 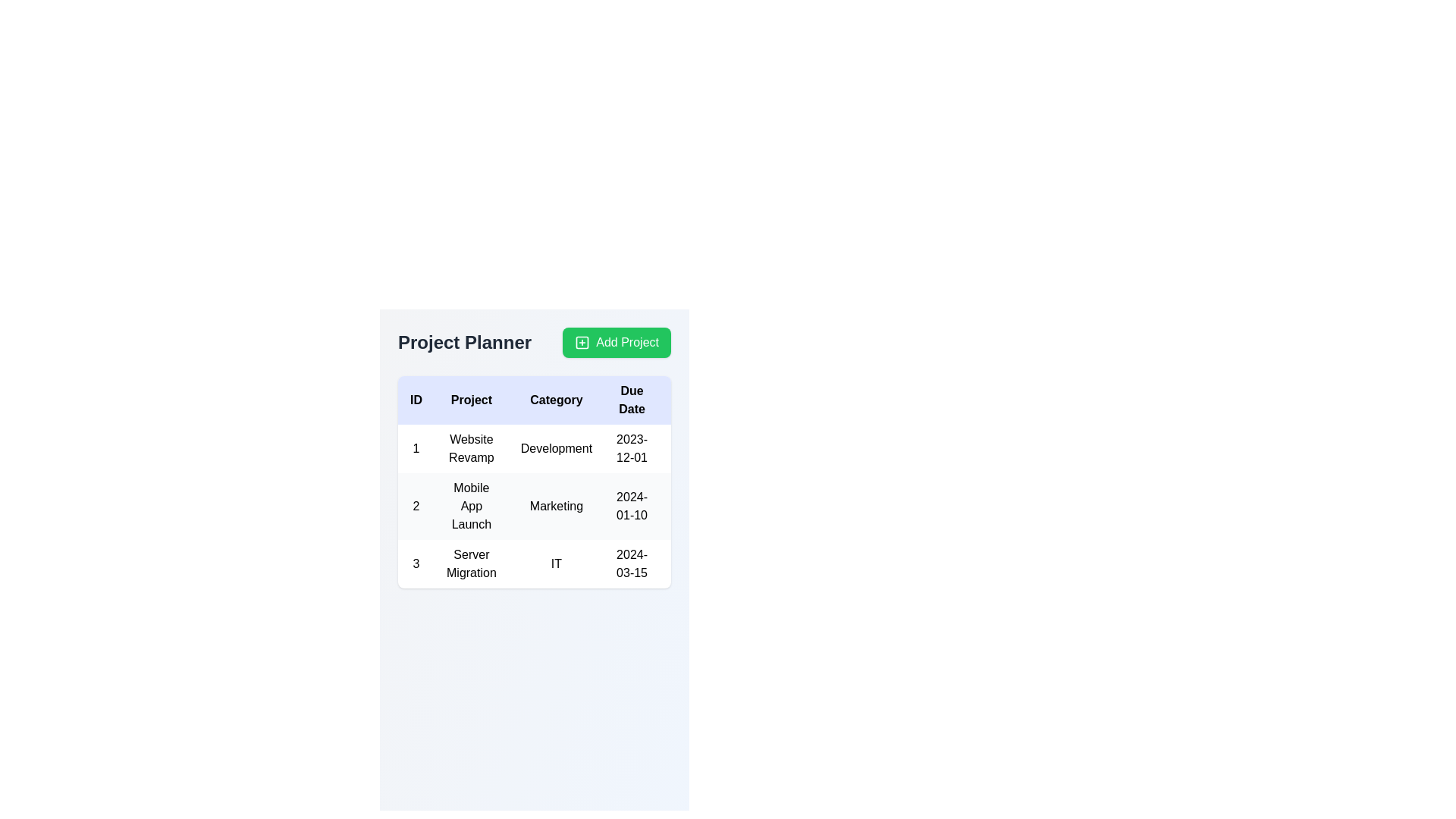 I want to click on the text label displaying 'Mobile App Launch' located in the second cell of the second row under the 'Project' column in the table, so click(x=470, y=506).